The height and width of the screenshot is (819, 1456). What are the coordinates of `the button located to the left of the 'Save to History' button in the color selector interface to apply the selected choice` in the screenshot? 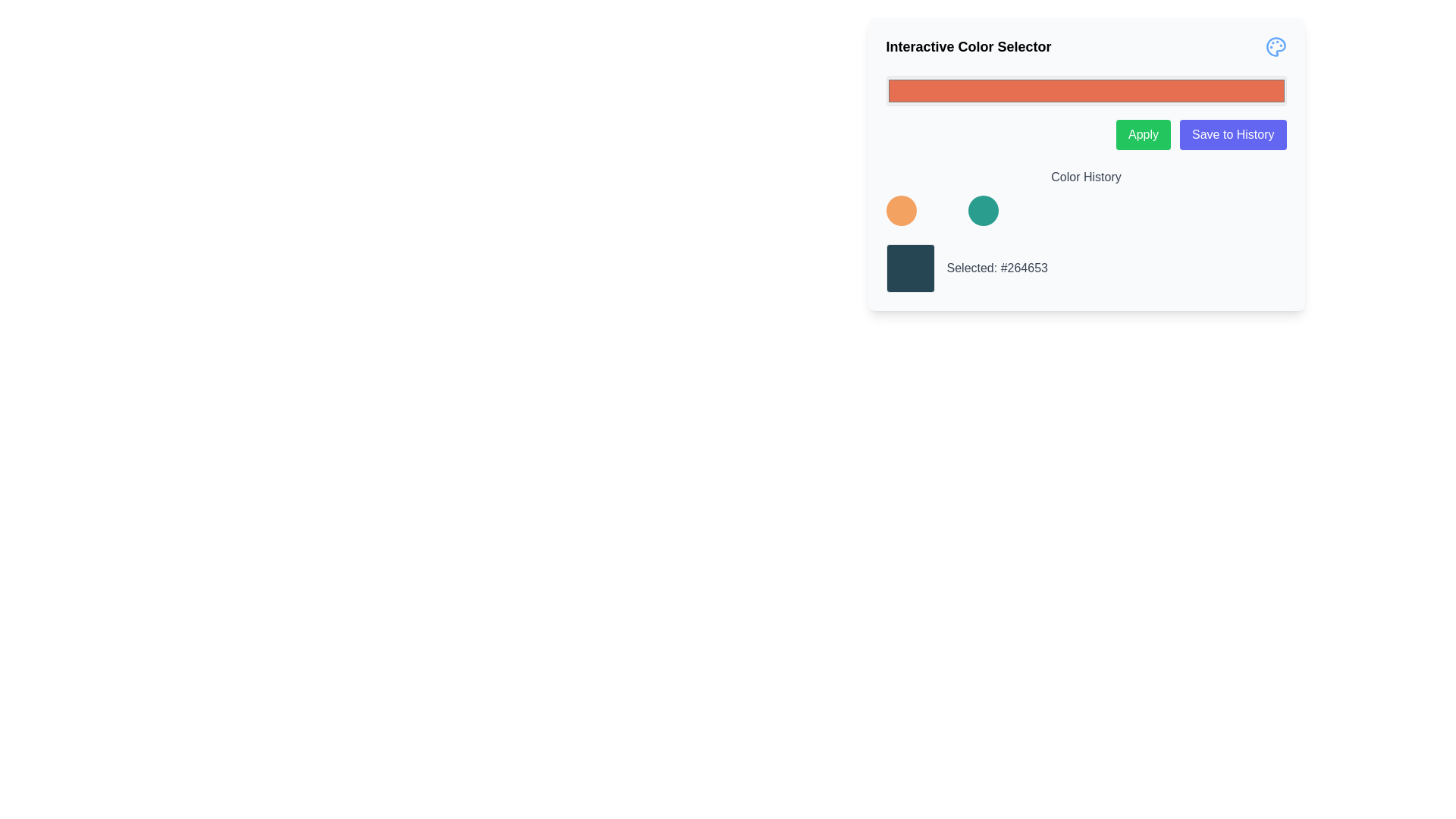 It's located at (1143, 133).